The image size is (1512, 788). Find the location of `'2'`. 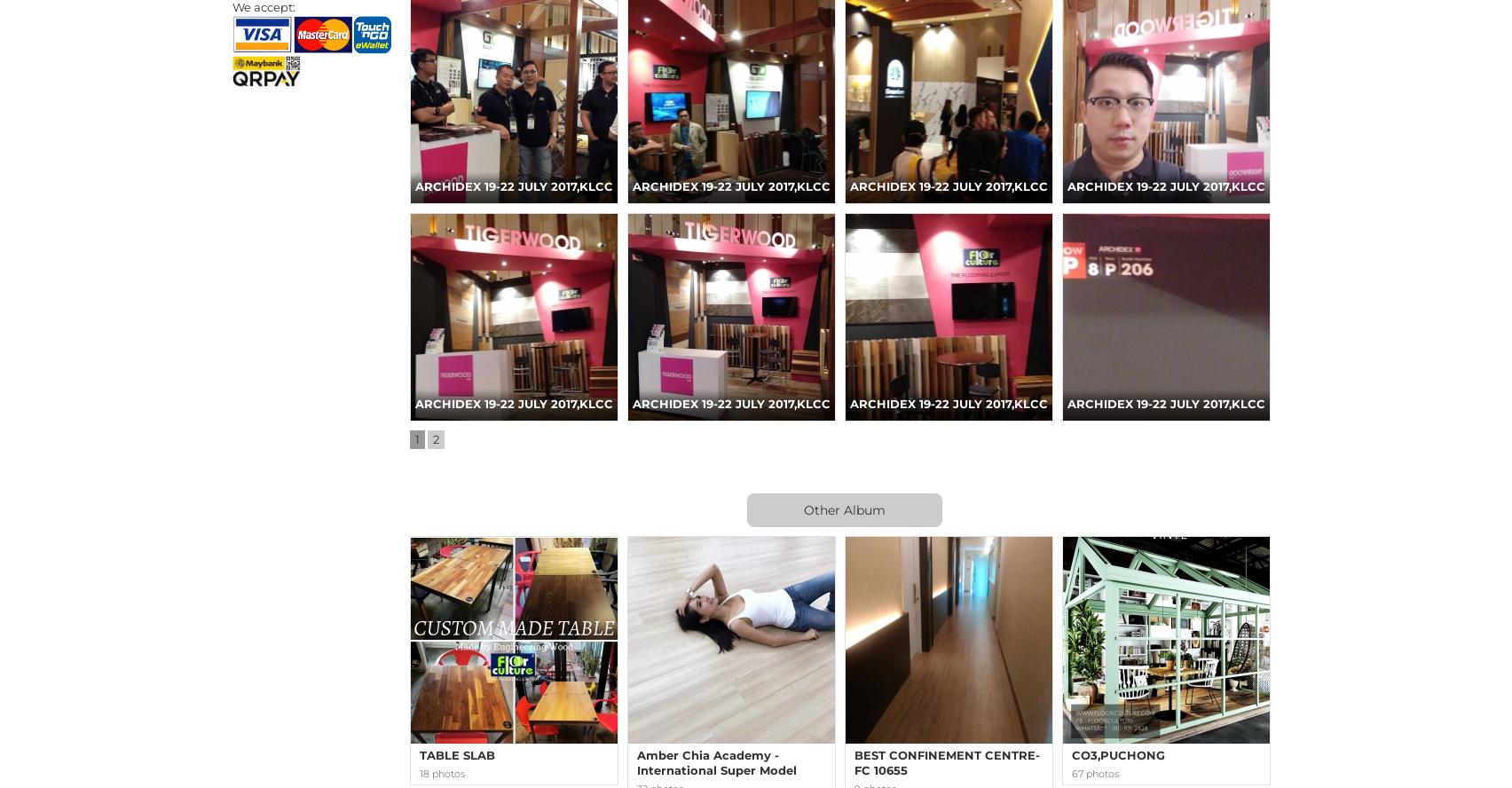

'2' is located at coordinates (436, 438).